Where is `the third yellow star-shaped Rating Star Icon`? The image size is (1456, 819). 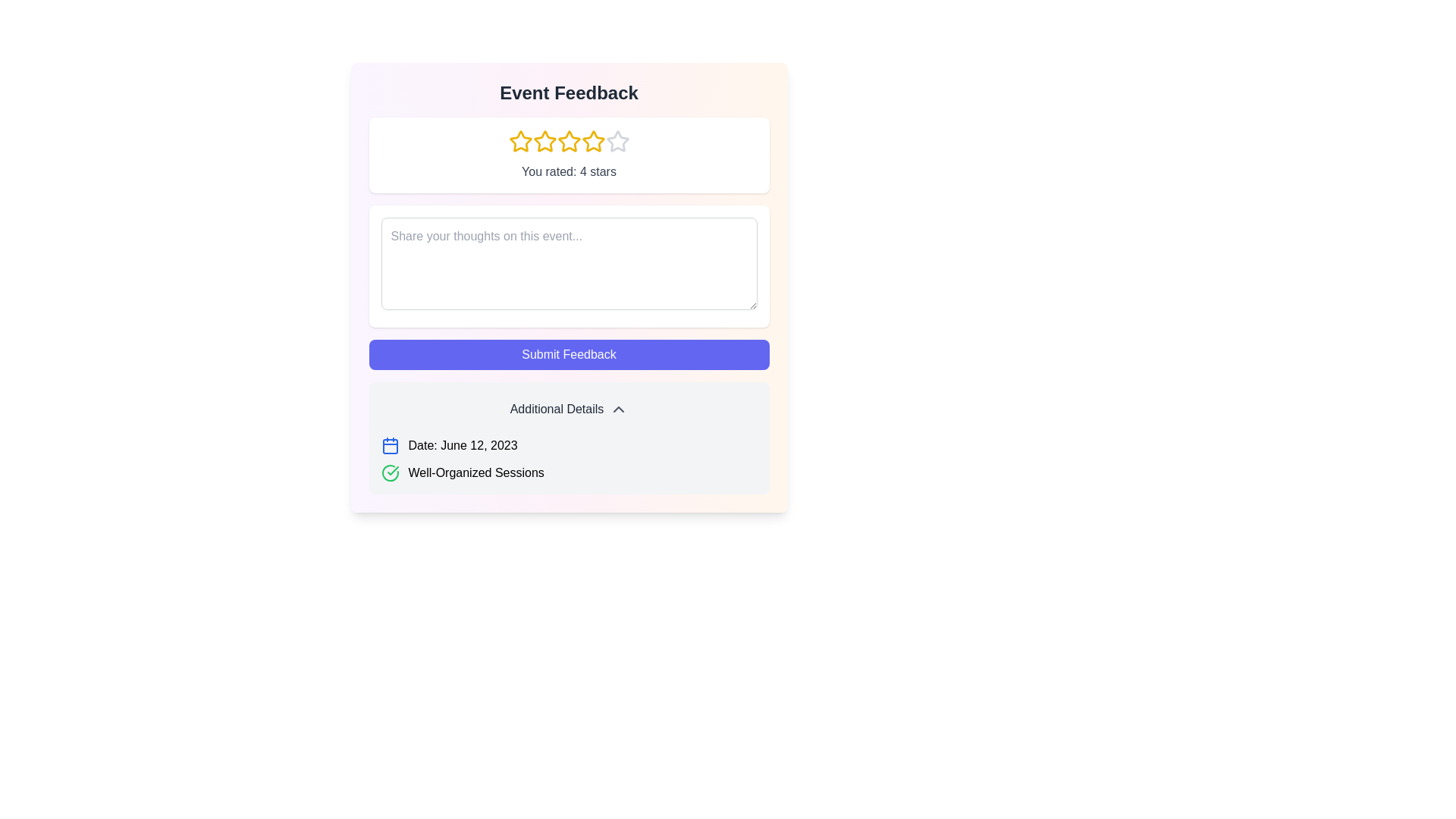
the third yellow star-shaped Rating Star Icon is located at coordinates (568, 141).